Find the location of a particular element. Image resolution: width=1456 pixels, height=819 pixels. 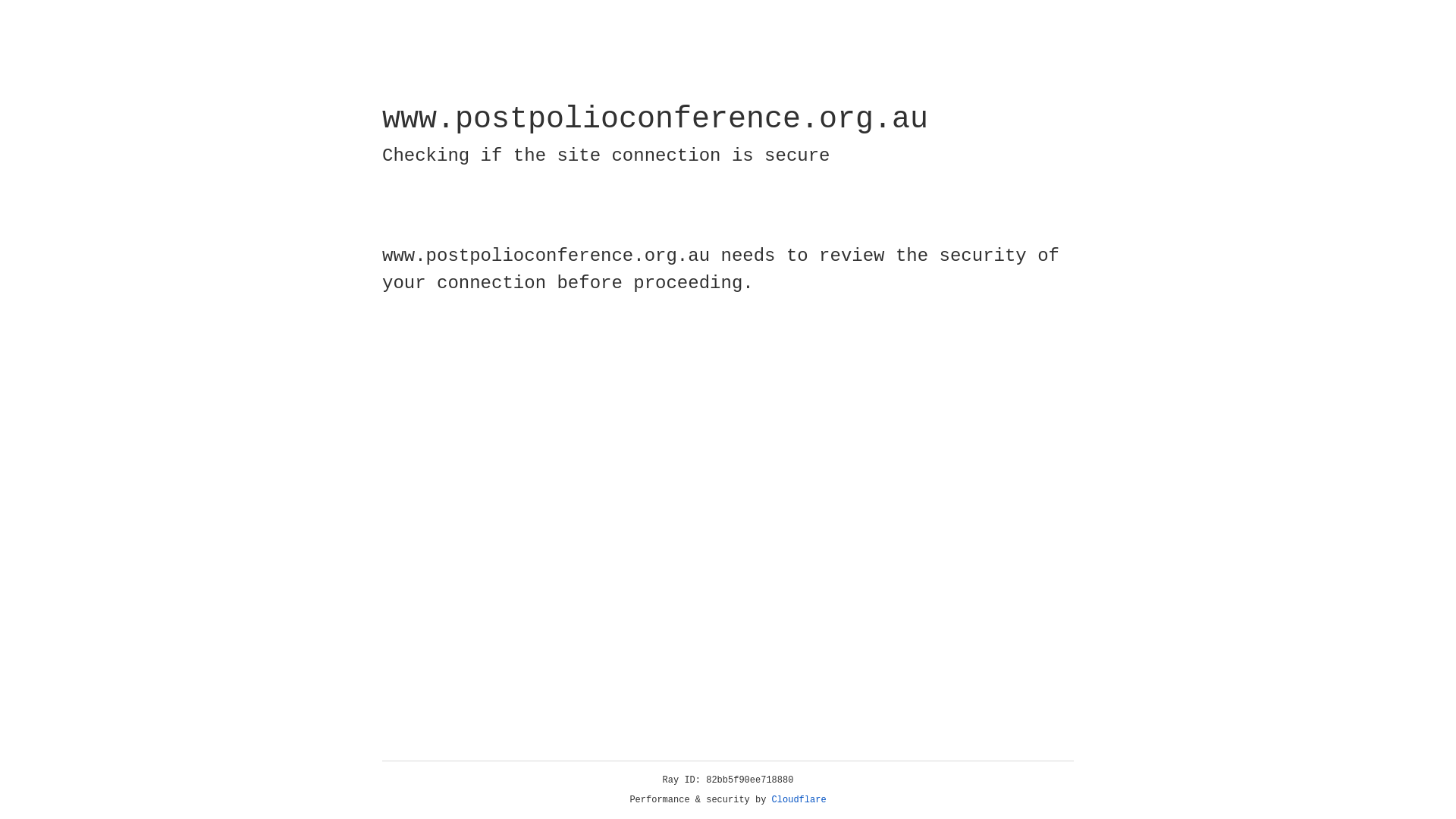

'Cloudflare' is located at coordinates (799, 799).